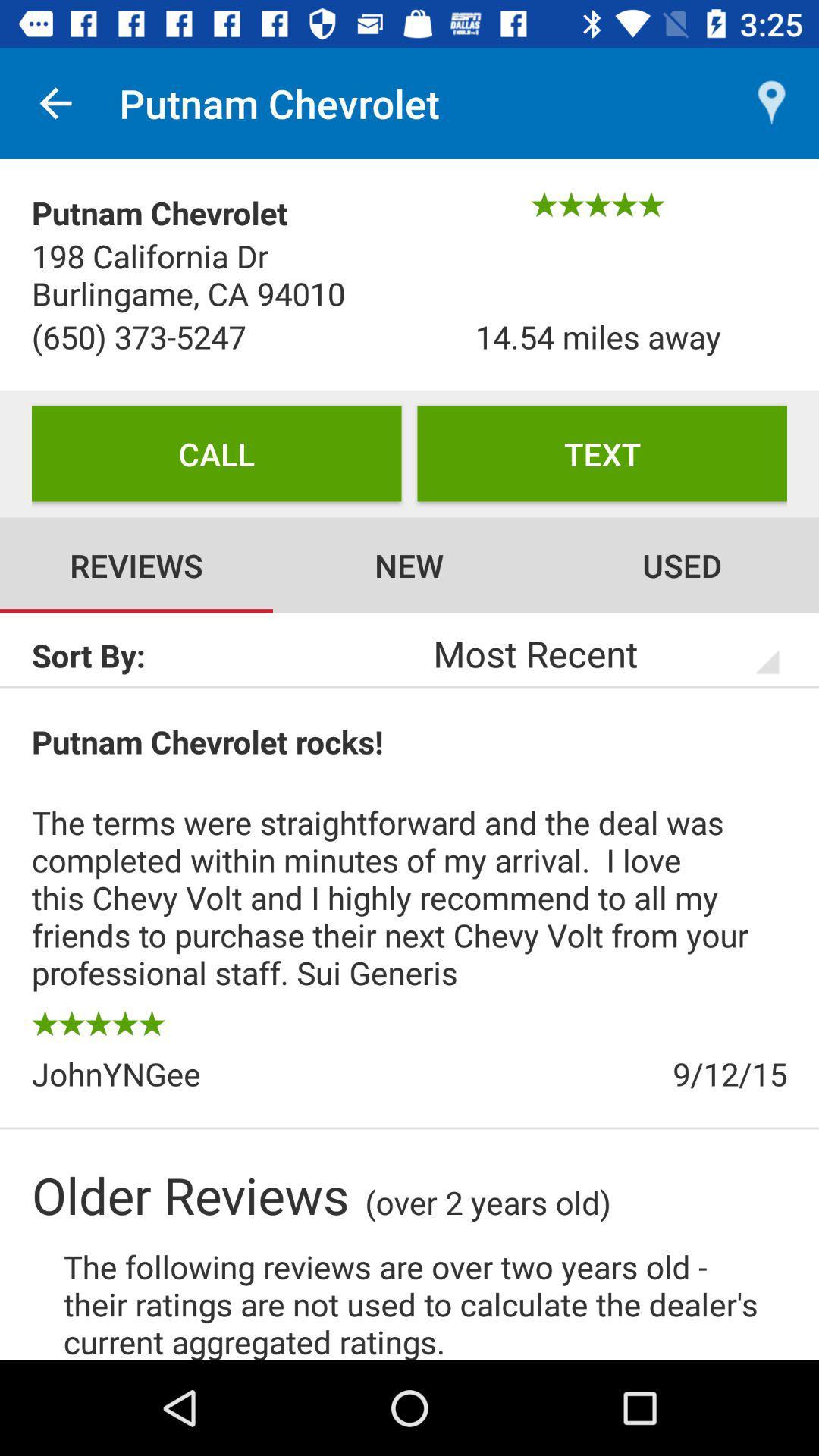 This screenshot has width=819, height=1456. Describe the element at coordinates (220, 655) in the screenshot. I see `the icon below reviews` at that location.